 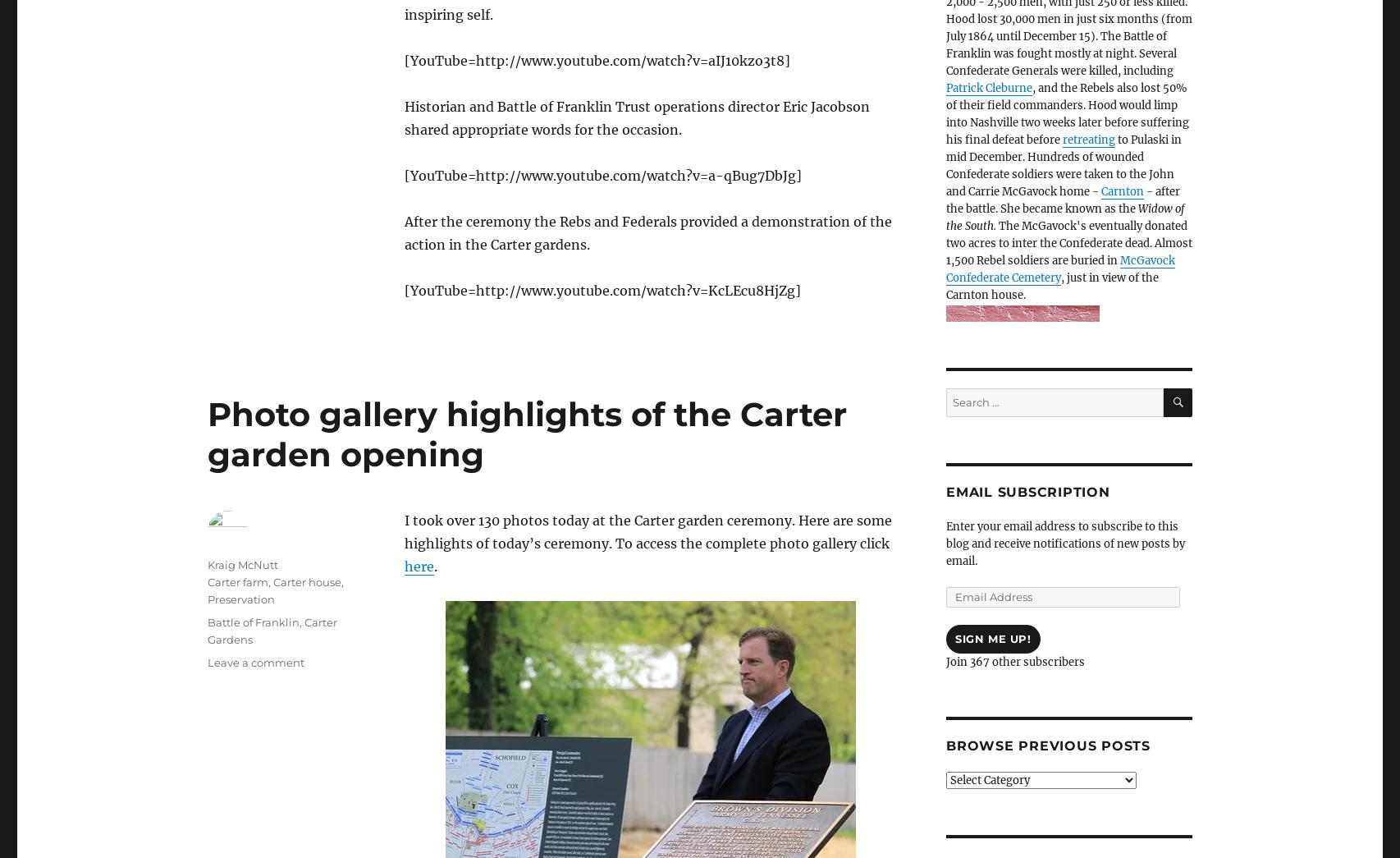 What do you see at coordinates (256, 662) in the screenshot?
I see `'Leave a comment'` at bounding box center [256, 662].